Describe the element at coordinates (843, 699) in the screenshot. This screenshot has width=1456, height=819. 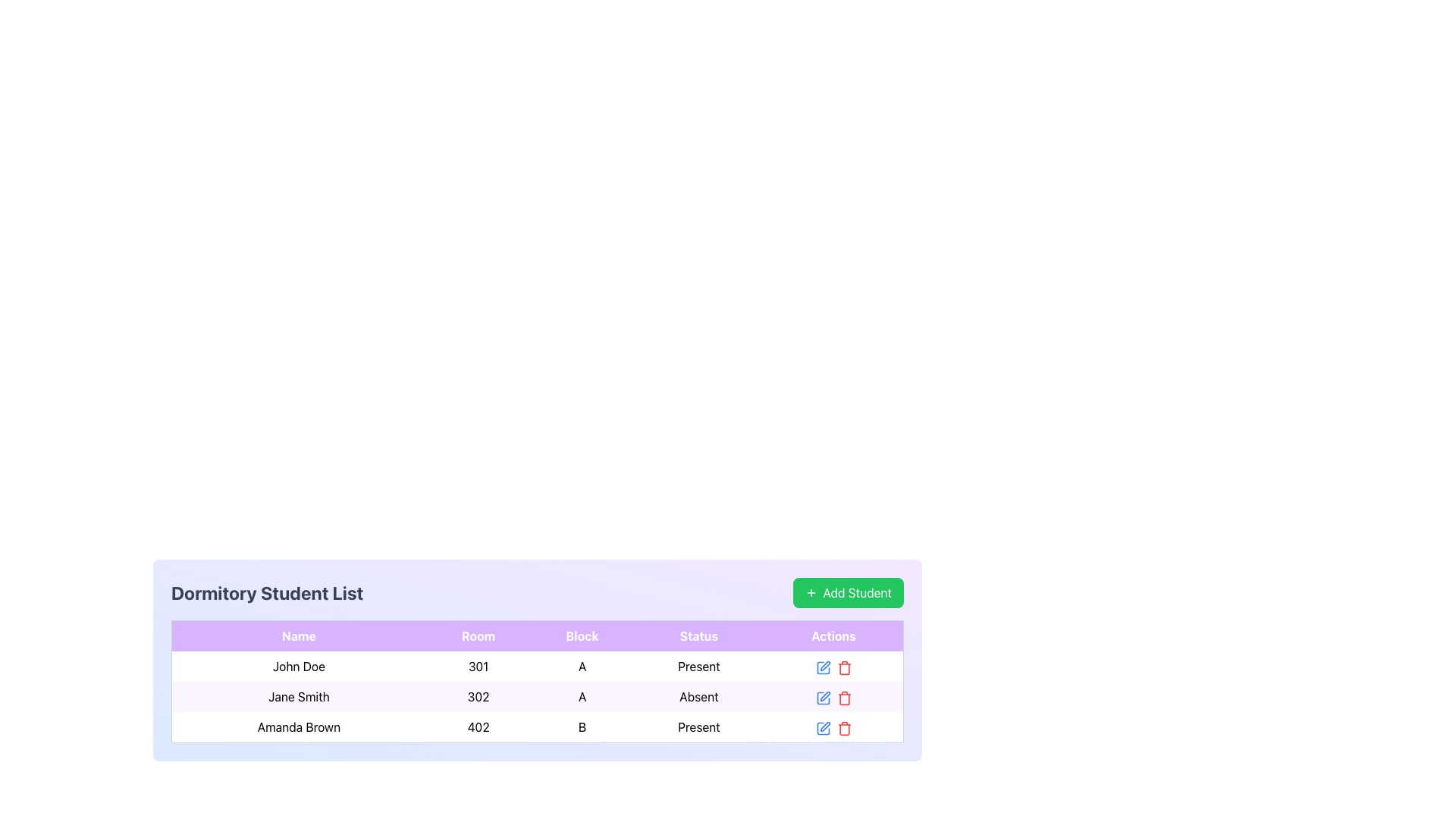
I see `the trash can icon associated with the second row for 'Jane Smith' in the 'Actions' column` at that location.